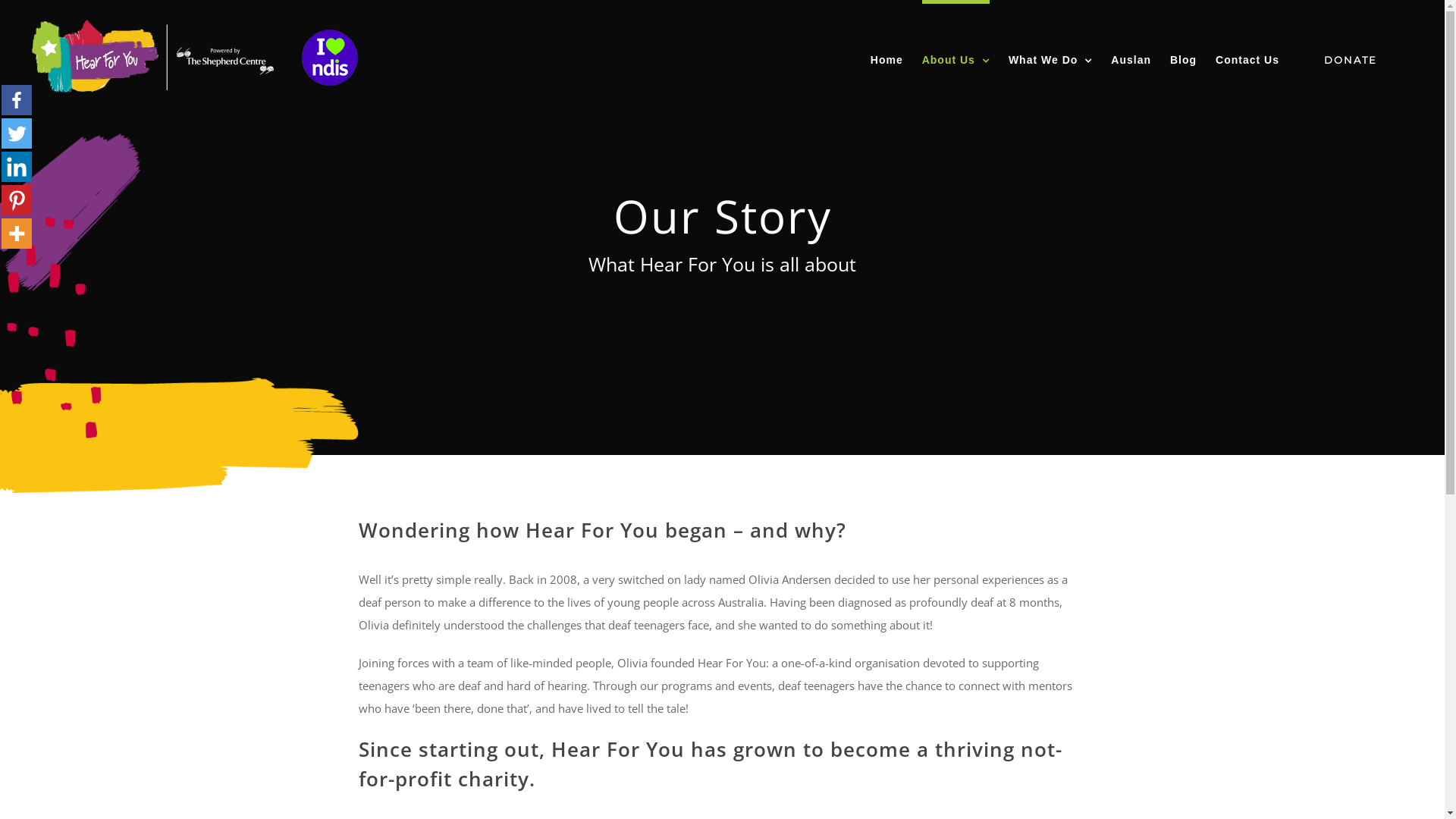  Describe the element at coordinates (17, 199) in the screenshot. I see `'Pinterest'` at that location.